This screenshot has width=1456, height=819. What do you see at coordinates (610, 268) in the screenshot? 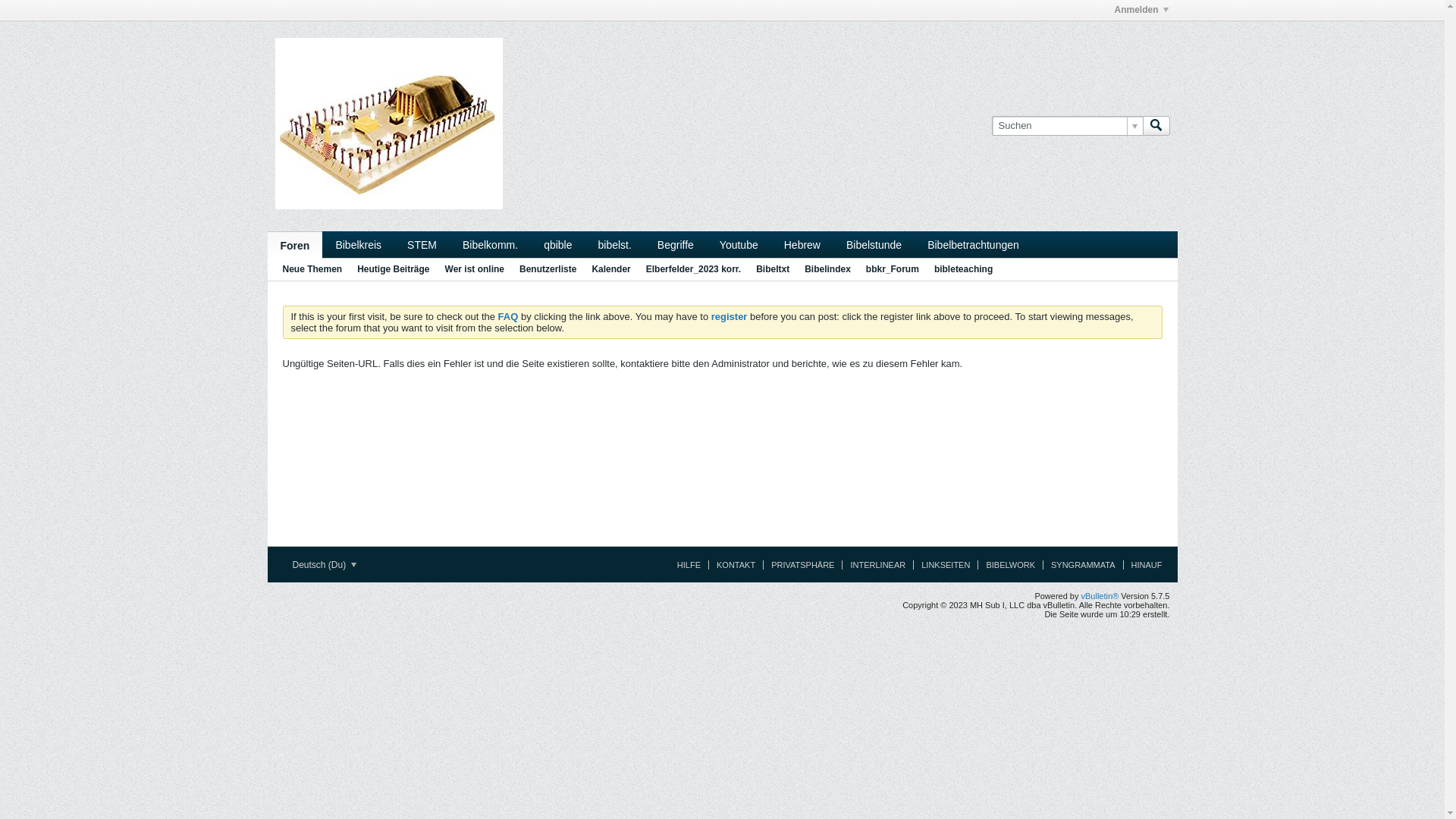
I see `'Kalender'` at bounding box center [610, 268].